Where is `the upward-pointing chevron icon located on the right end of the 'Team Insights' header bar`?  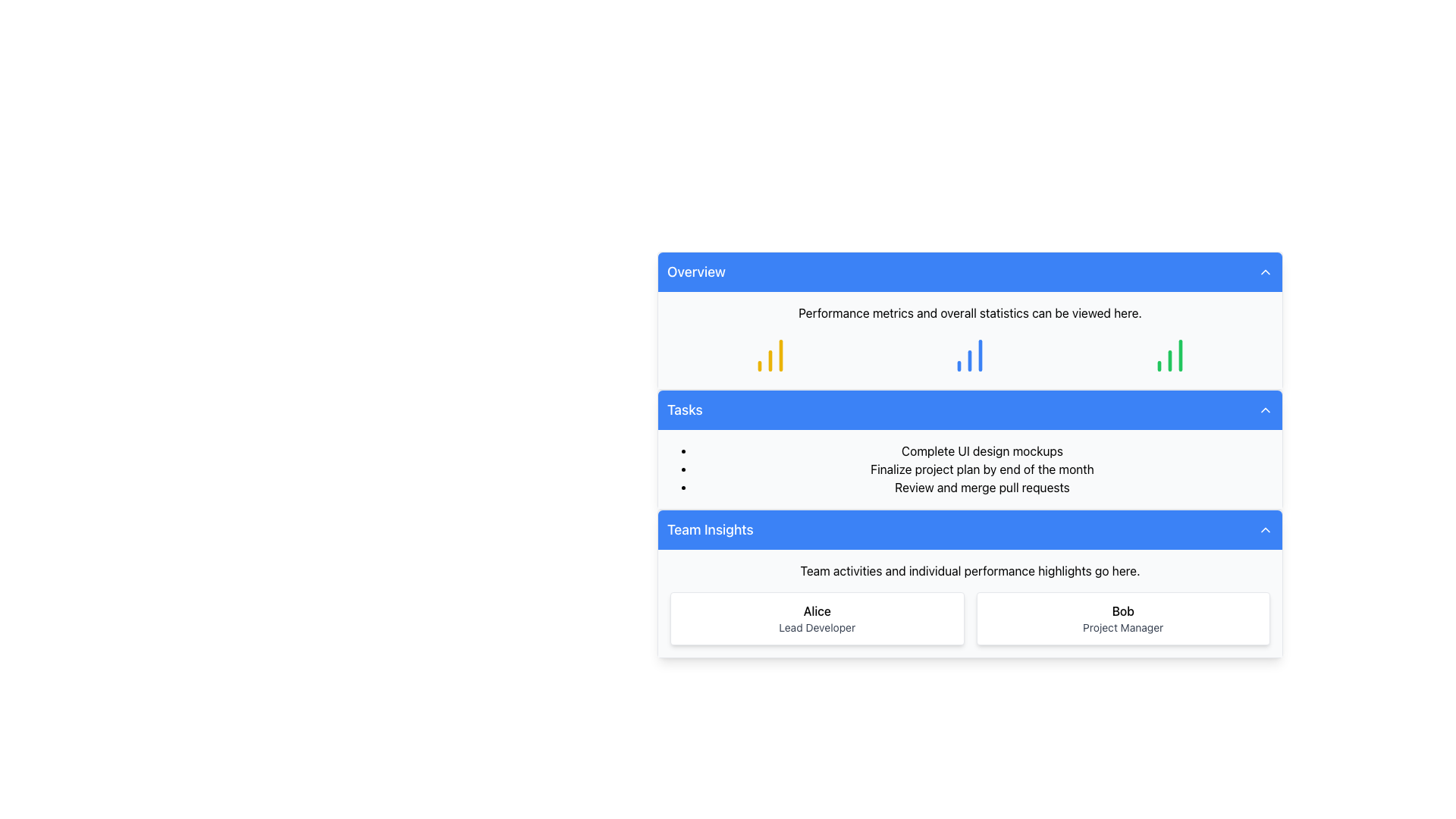
the upward-pointing chevron icon located on the right end of the 'Team Insights' header bar is located at coordinates (1266, 529).